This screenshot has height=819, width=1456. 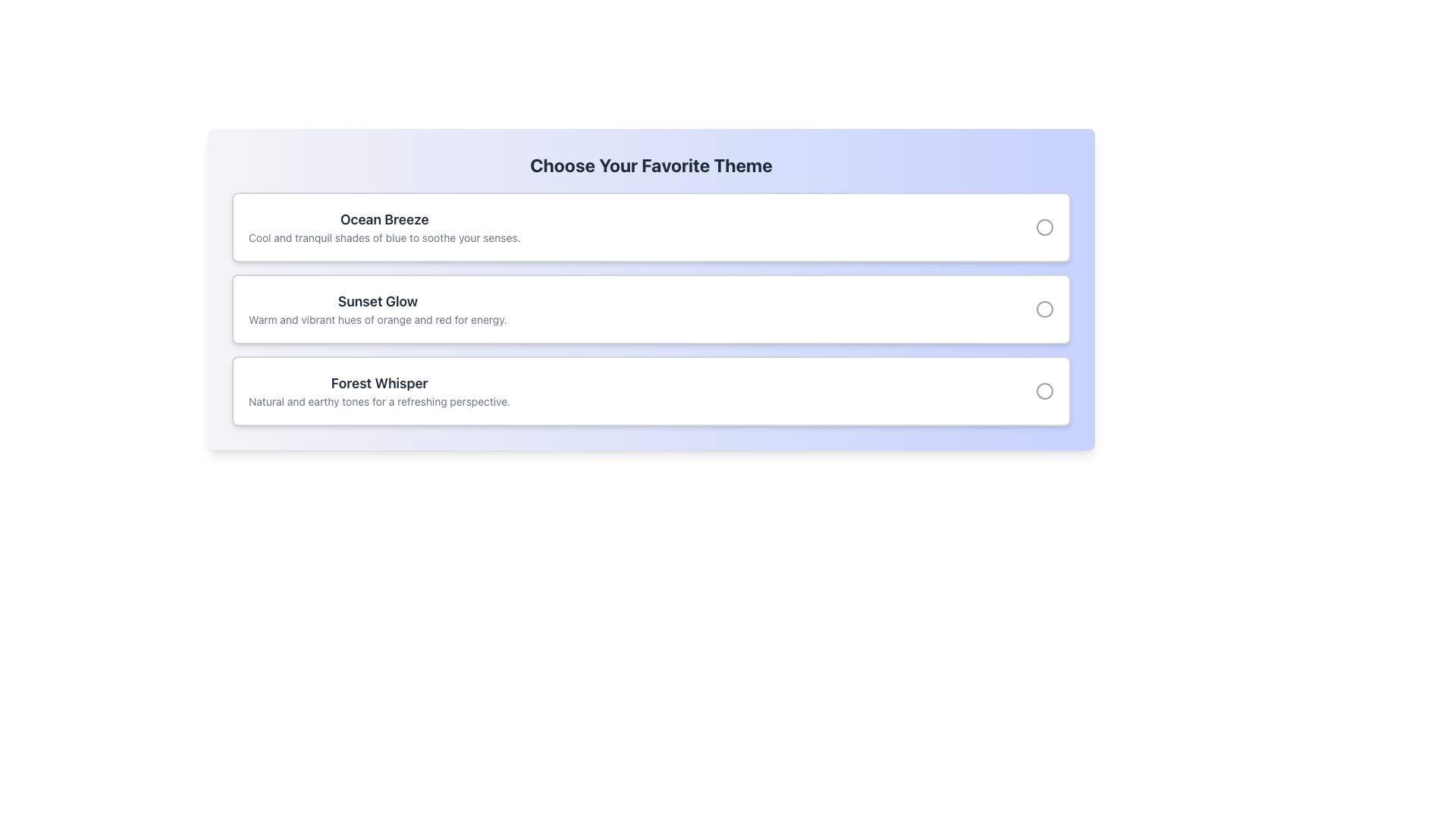 I want to click on the radio button with a gray border and white fill located near the right edge of the 'Sunset Glow' option in the 'Choose Your Favorite Theme' interface, so click(x=1043, y=309).